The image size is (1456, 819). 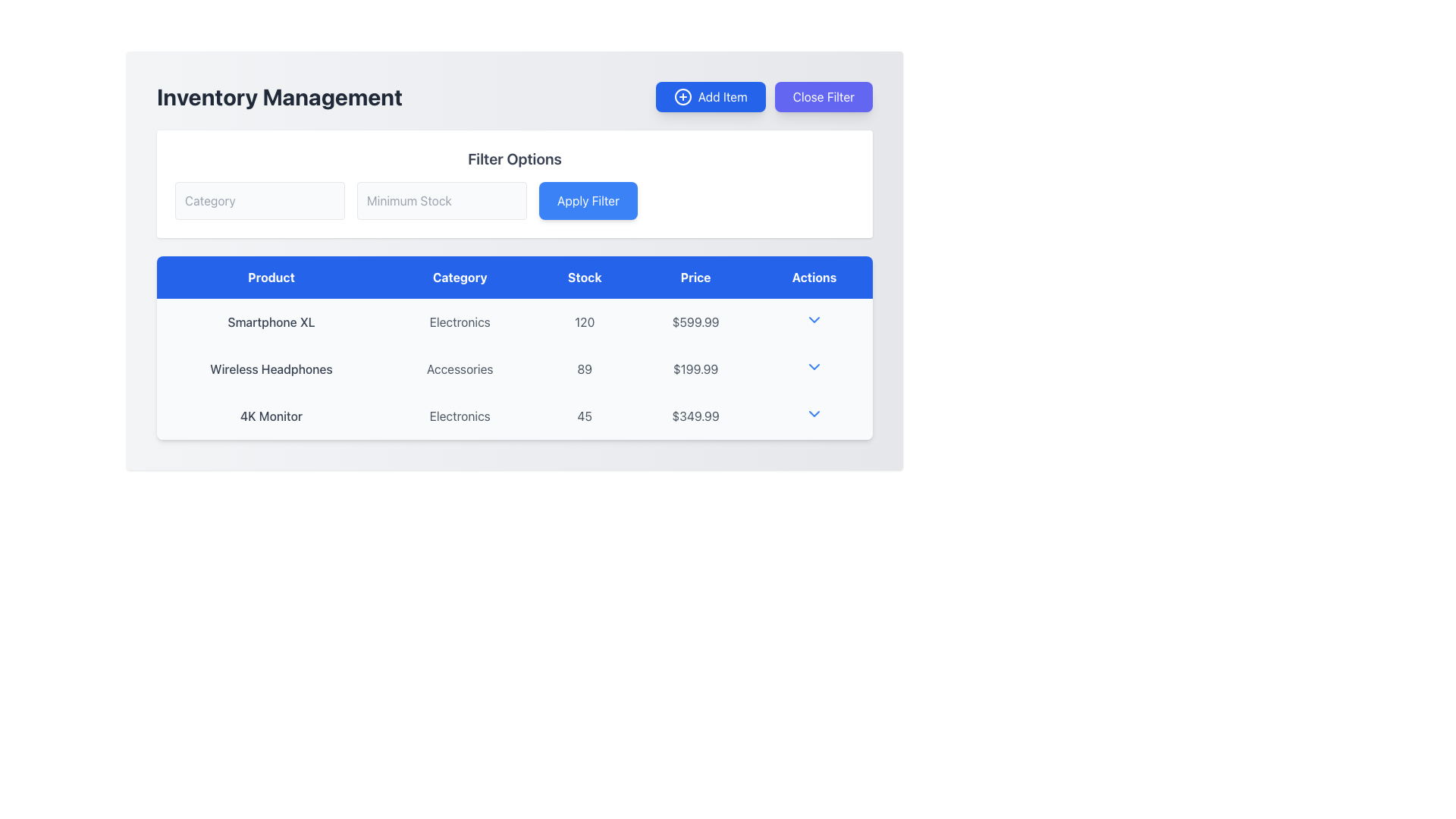 What do you see at coordinates (814, 369) in the screenshot?
I see `the dropdown toggle icon in the 'Actions' column for the 'Wireless Headphones' row` at bounding box center [814, 369].